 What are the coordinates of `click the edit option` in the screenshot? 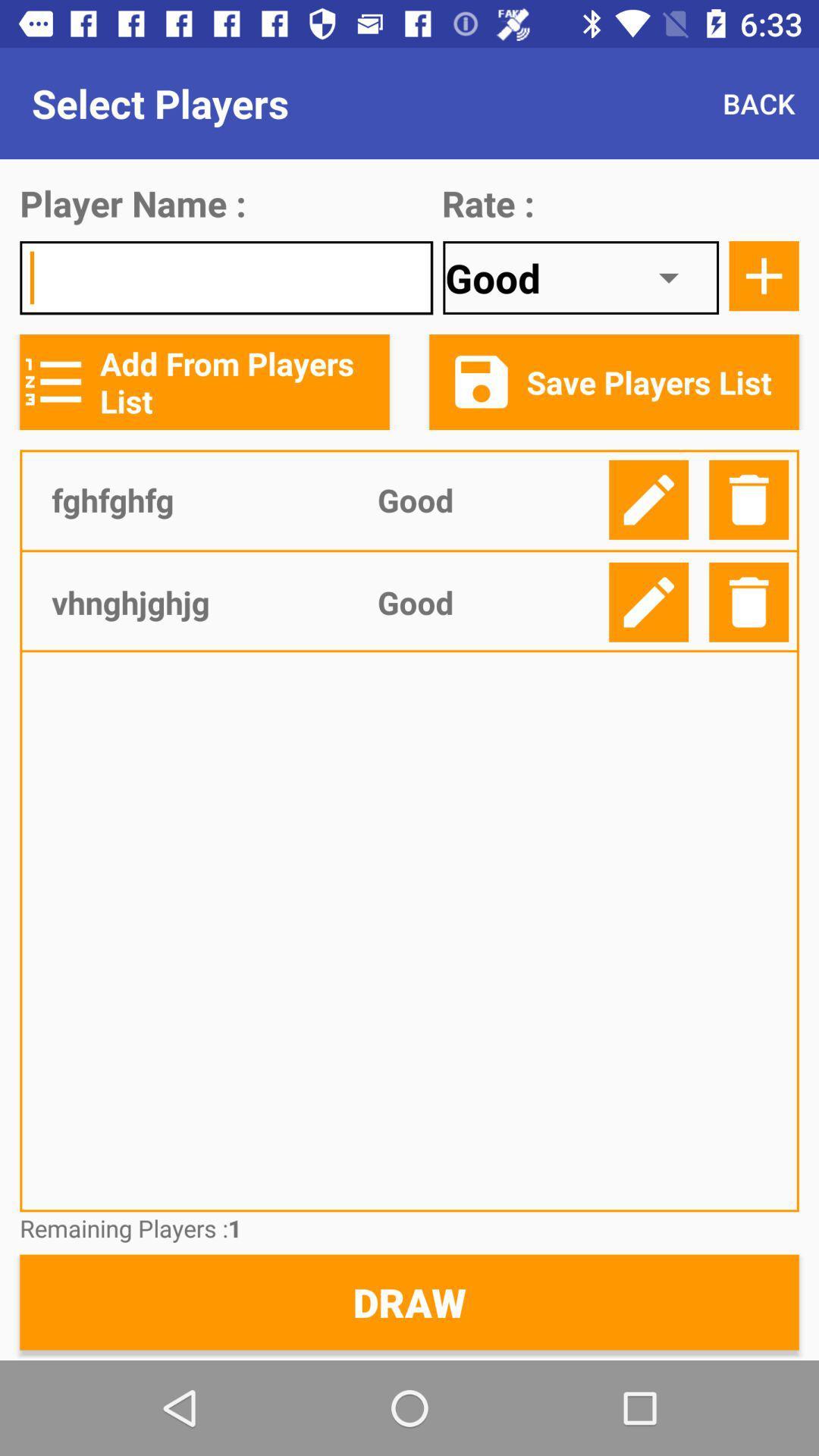 It's located at (648, 500).